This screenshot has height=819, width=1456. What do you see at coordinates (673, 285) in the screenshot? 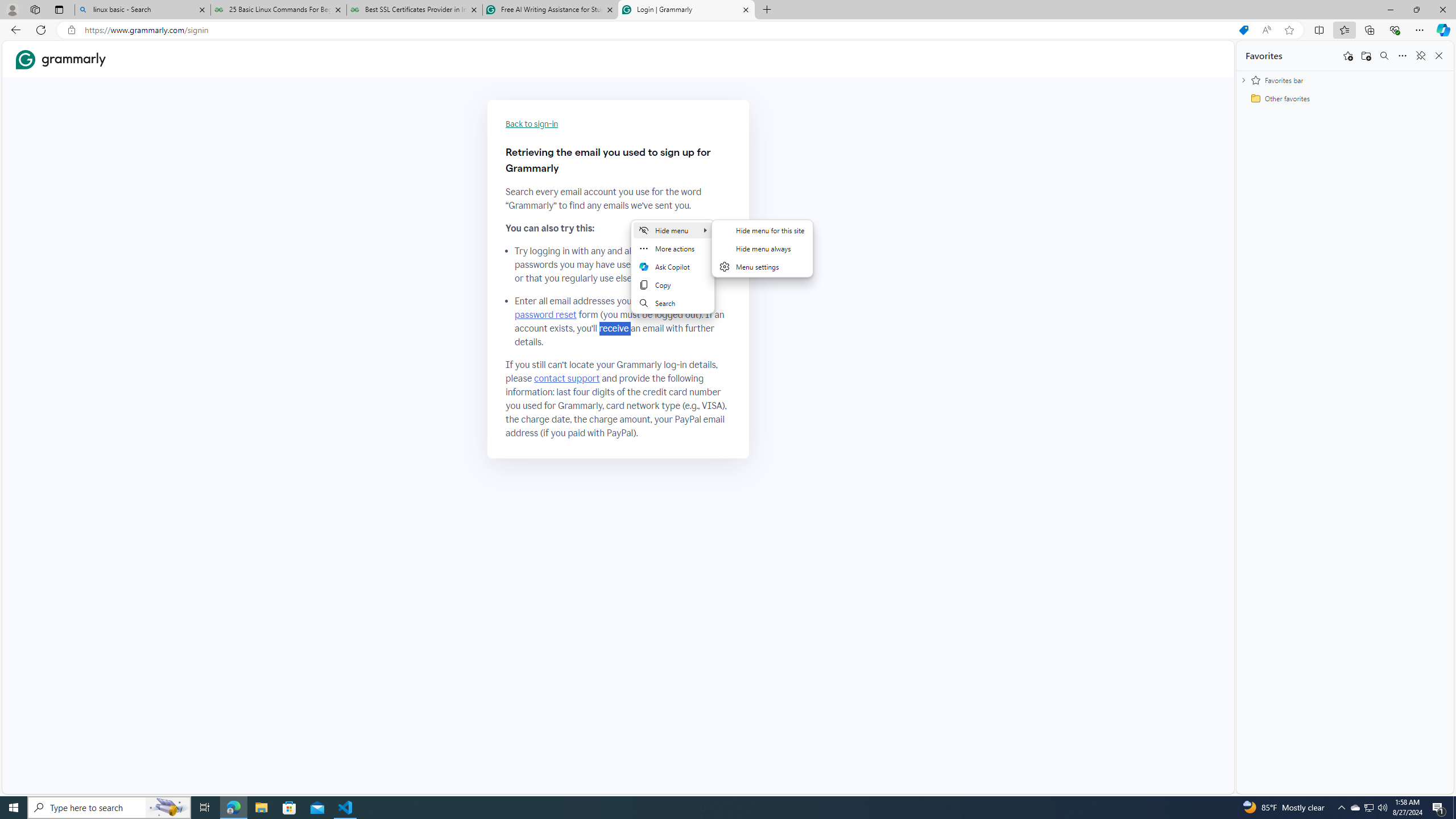
I see `'Copy'` at bounding box center [673, 285].